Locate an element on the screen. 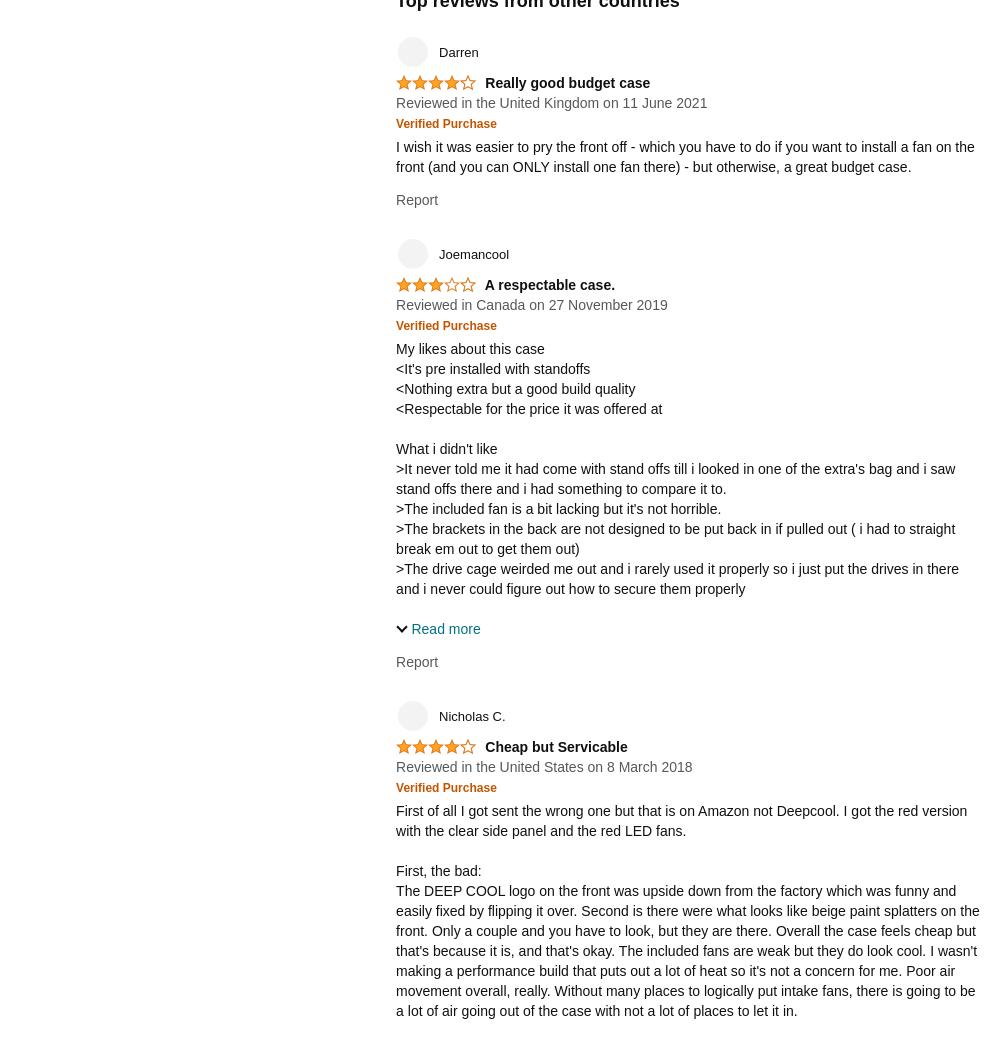 The width and height of the screenshot is (1000, 1044). 'Reviewed in the United Kingdom on 11 June 2021' is located at coordinates (551, 101).